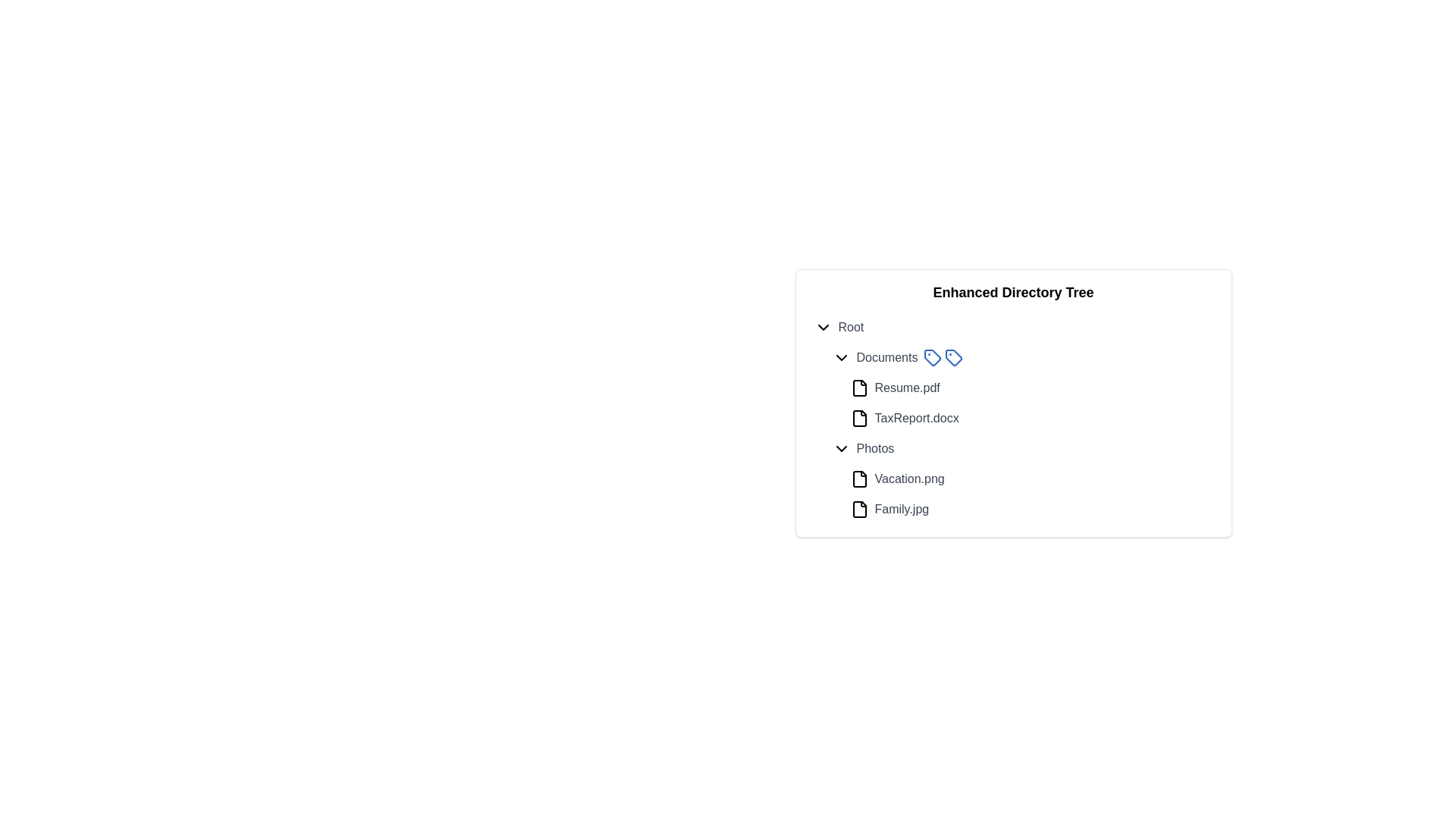 The height and width of the screenshot is (819, 1456). What do you see at coordinates (1031, 418) in the screenshot?
I see `the 'TaxReport.docx' file entry in the directory tree` at bounding box center [1031, 418].